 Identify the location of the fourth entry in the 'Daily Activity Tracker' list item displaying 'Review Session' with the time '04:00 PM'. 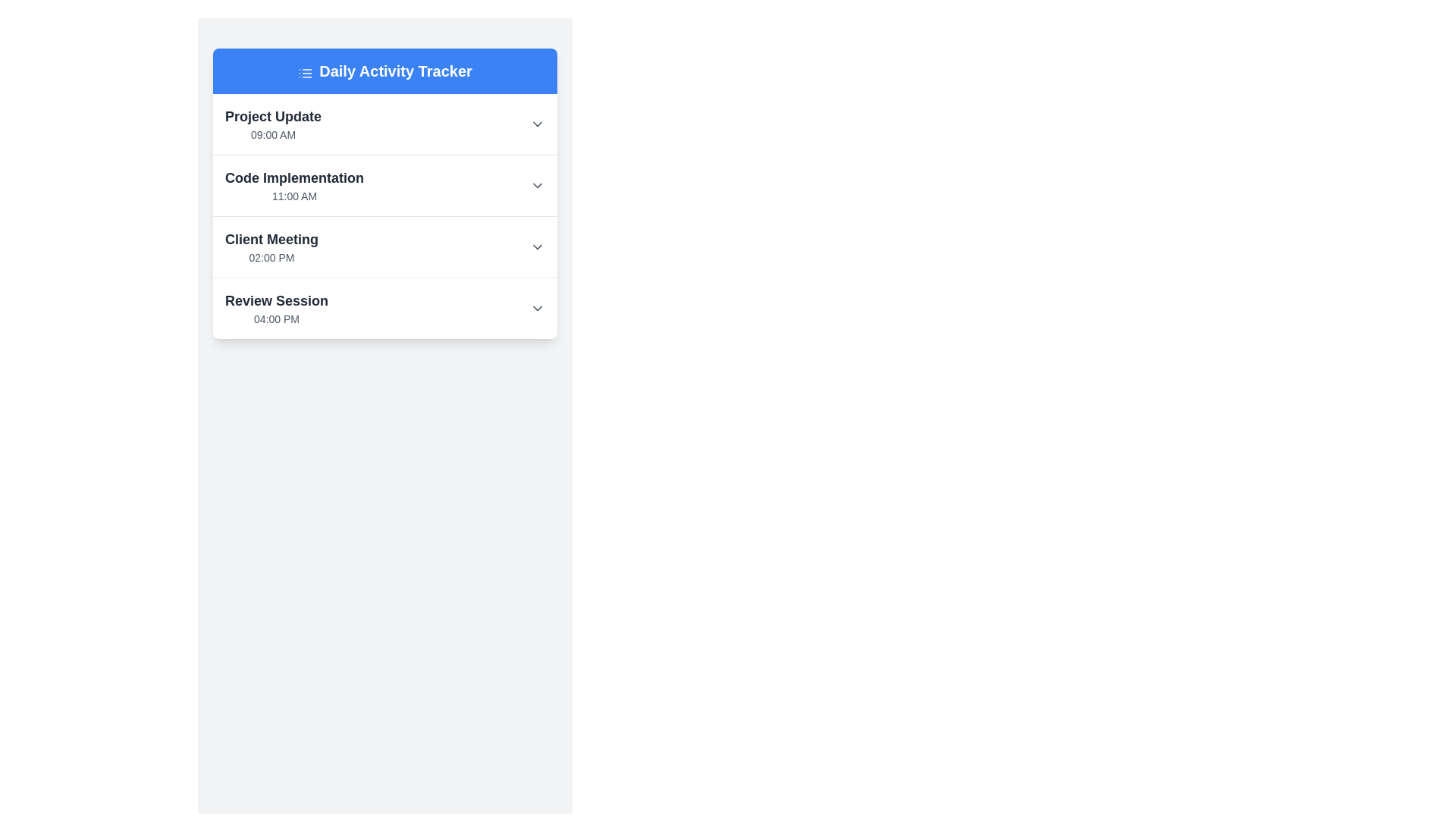
(385, 308).